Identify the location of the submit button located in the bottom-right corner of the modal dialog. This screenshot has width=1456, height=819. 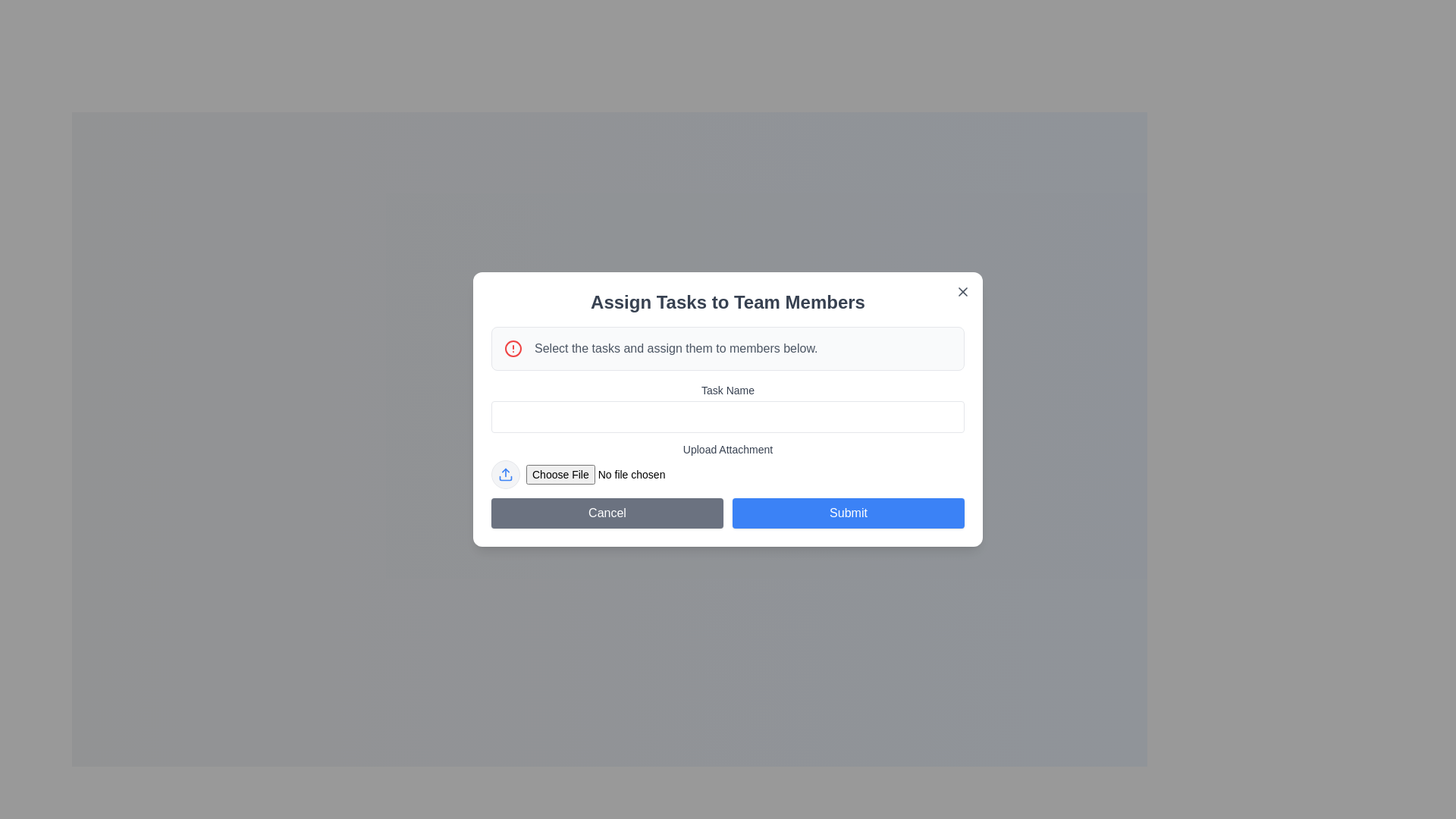
(847, 513).